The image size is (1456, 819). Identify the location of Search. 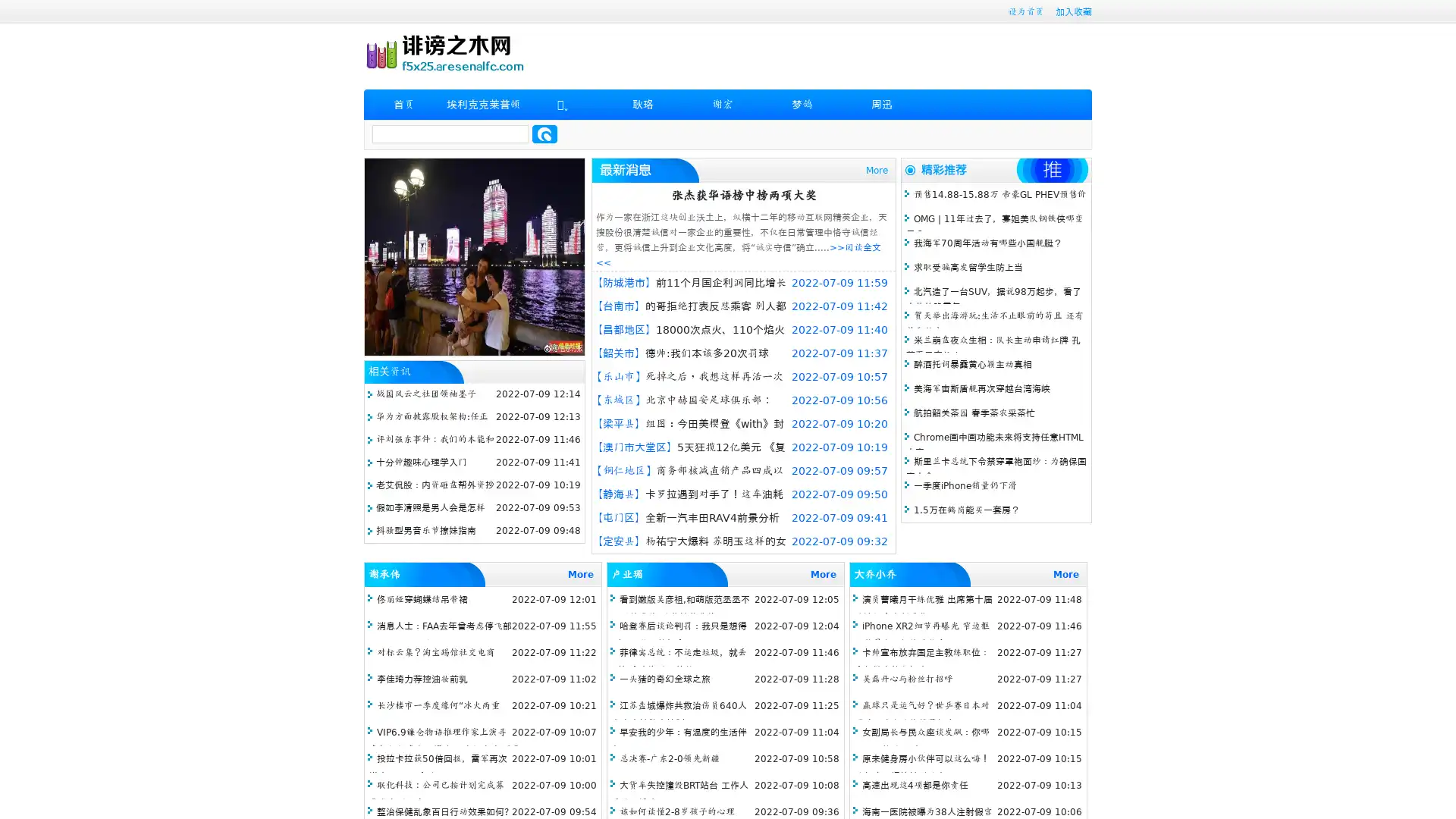
(544, 133).